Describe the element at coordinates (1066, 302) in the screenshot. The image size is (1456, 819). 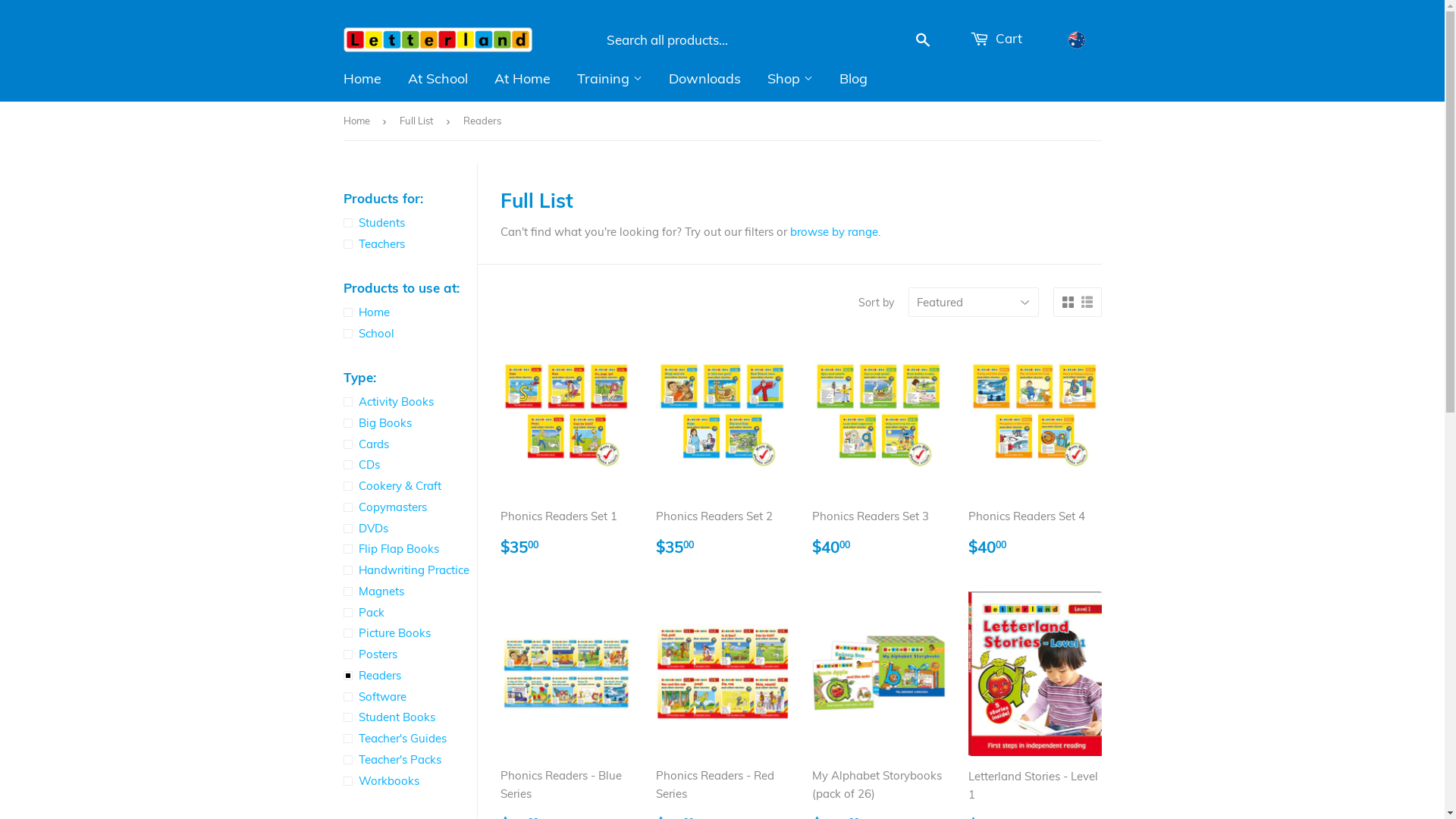
I see `'Grid view'` at that location.